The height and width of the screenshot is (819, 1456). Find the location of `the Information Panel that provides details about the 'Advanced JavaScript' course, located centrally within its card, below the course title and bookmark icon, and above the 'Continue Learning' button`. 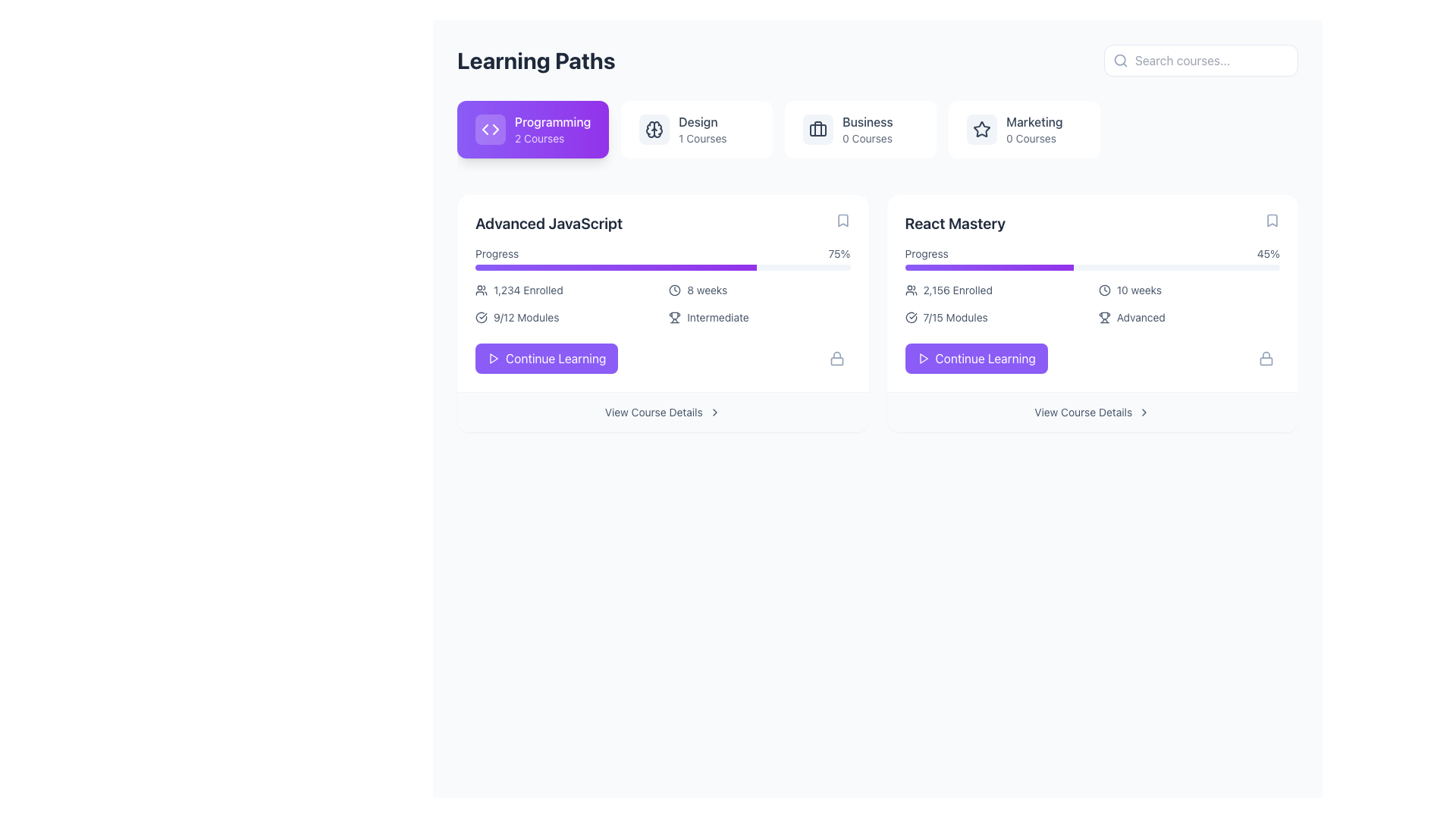

the Information Panel that provides details about the 'Advanced JavaScript' course, located centrally within its card, below the course title and bookmark icon, and above the 'Continue Learning' button is located at coordinates (663, 286).